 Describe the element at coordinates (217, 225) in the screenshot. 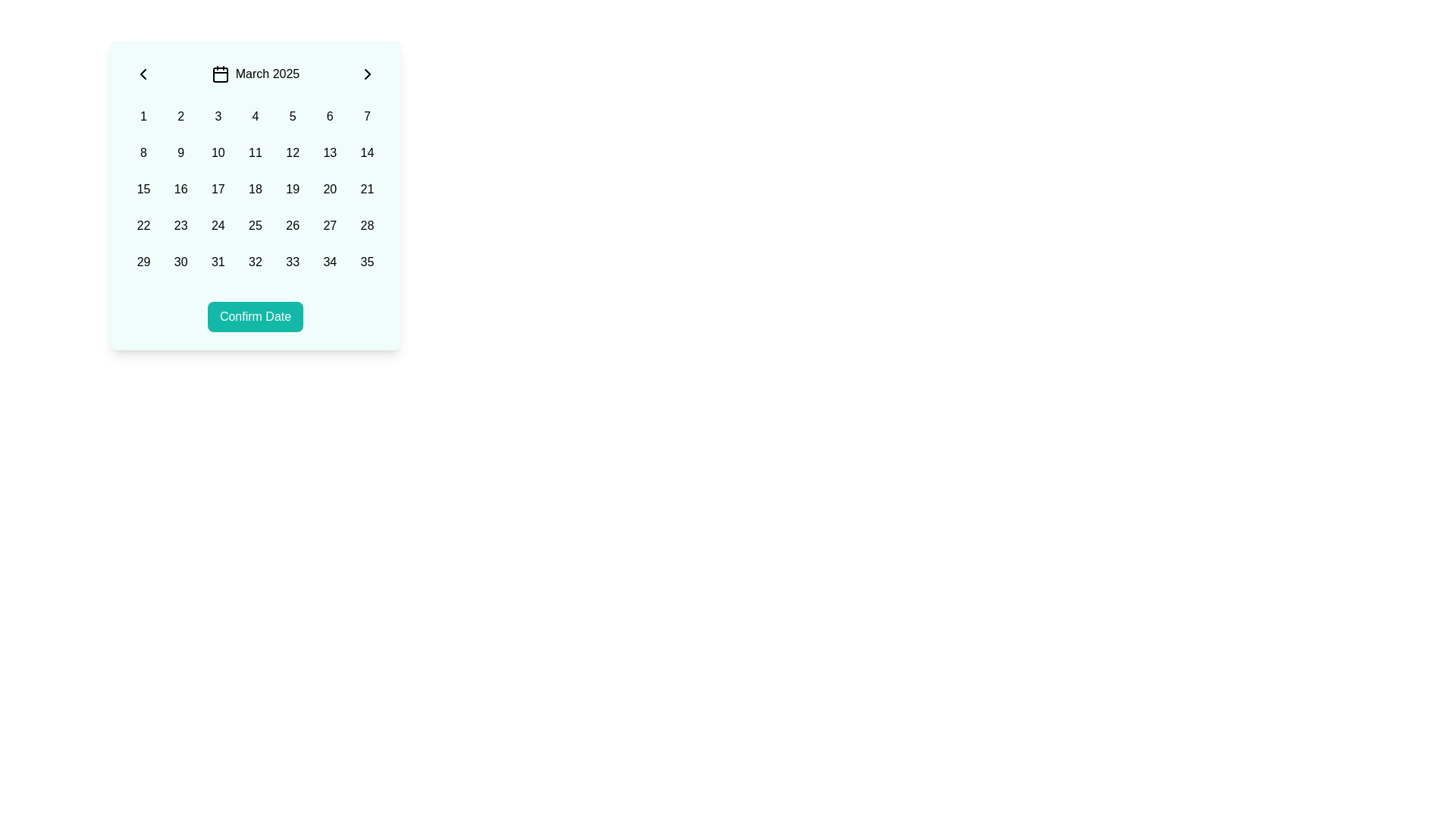

I see `the 24th button in the calendar view` at that location.